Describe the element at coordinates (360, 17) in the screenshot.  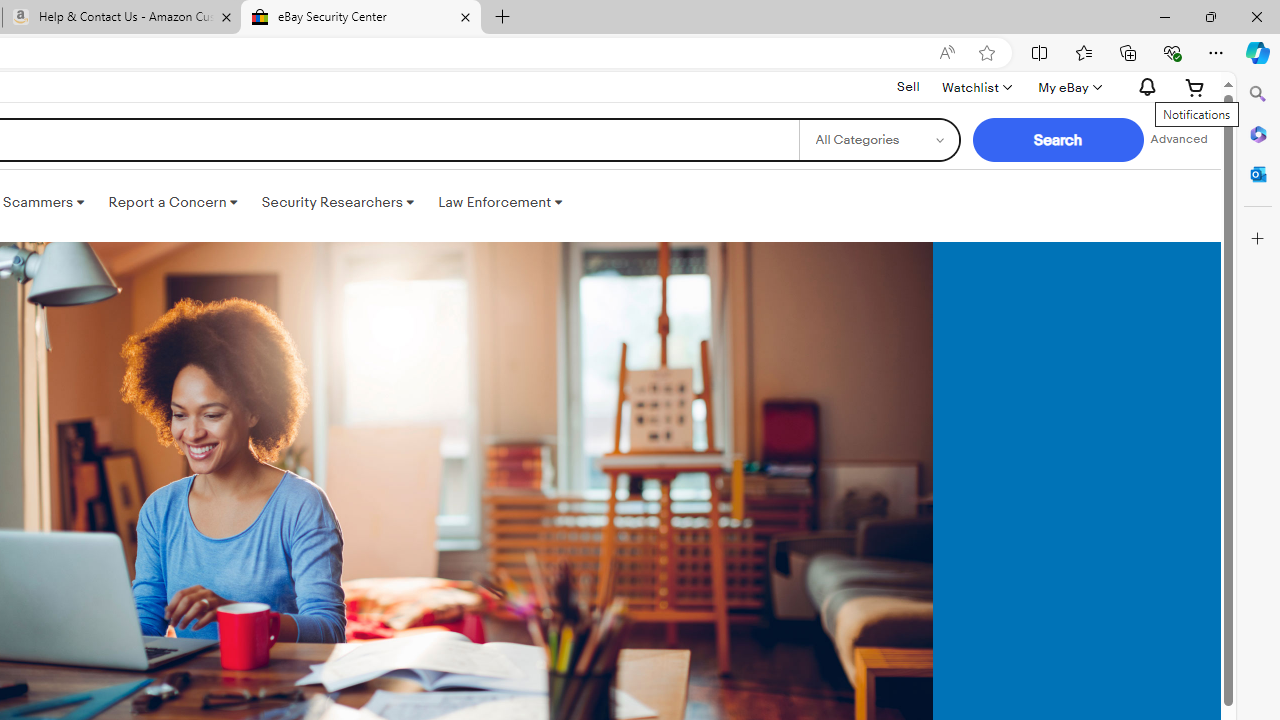
I see `'eBay Security Center'` at that location.